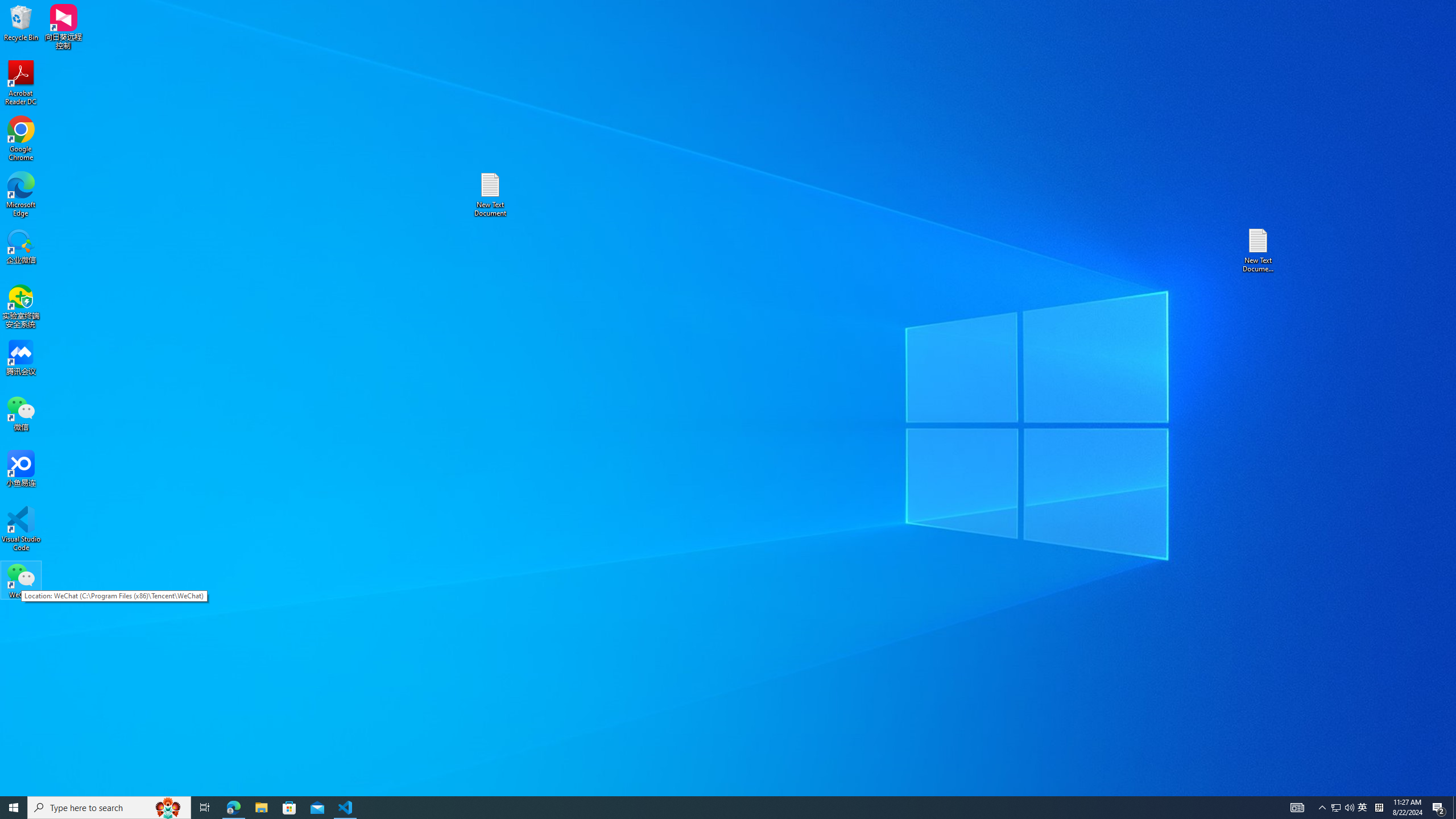 The height and width of the screenshot is (819, 1456). Describe the element at coordinates (204, 806) in the screenshot. I see `'Task View'` at that location.